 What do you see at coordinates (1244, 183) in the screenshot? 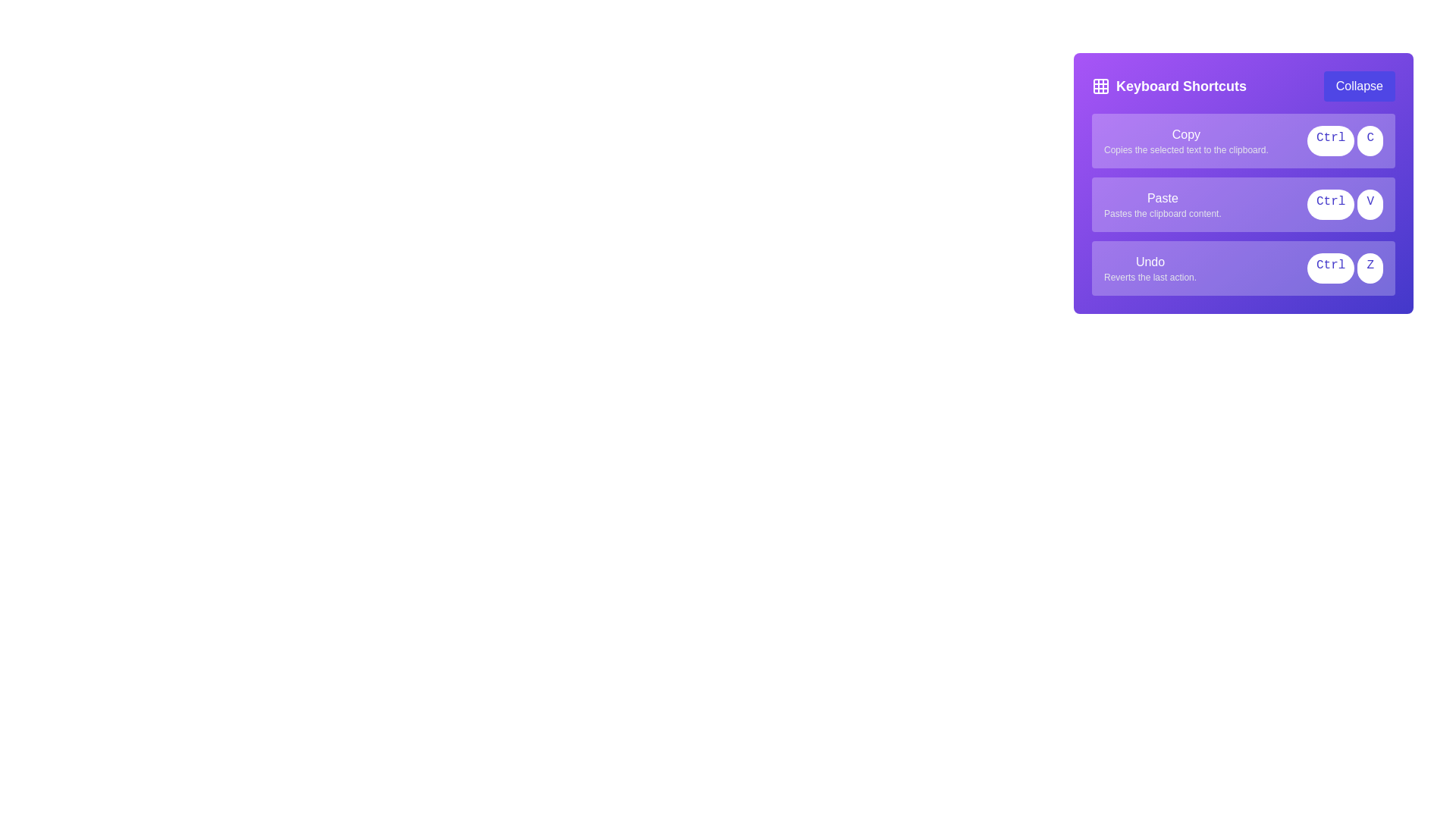
I see `information presented about the 'Paste' shortcut located in the informational panel section of the 'Keyboard Shortcuts' dialog box, positioned between the 'Copy' and 'Undo' sections` at bounding box center [1244, 183].